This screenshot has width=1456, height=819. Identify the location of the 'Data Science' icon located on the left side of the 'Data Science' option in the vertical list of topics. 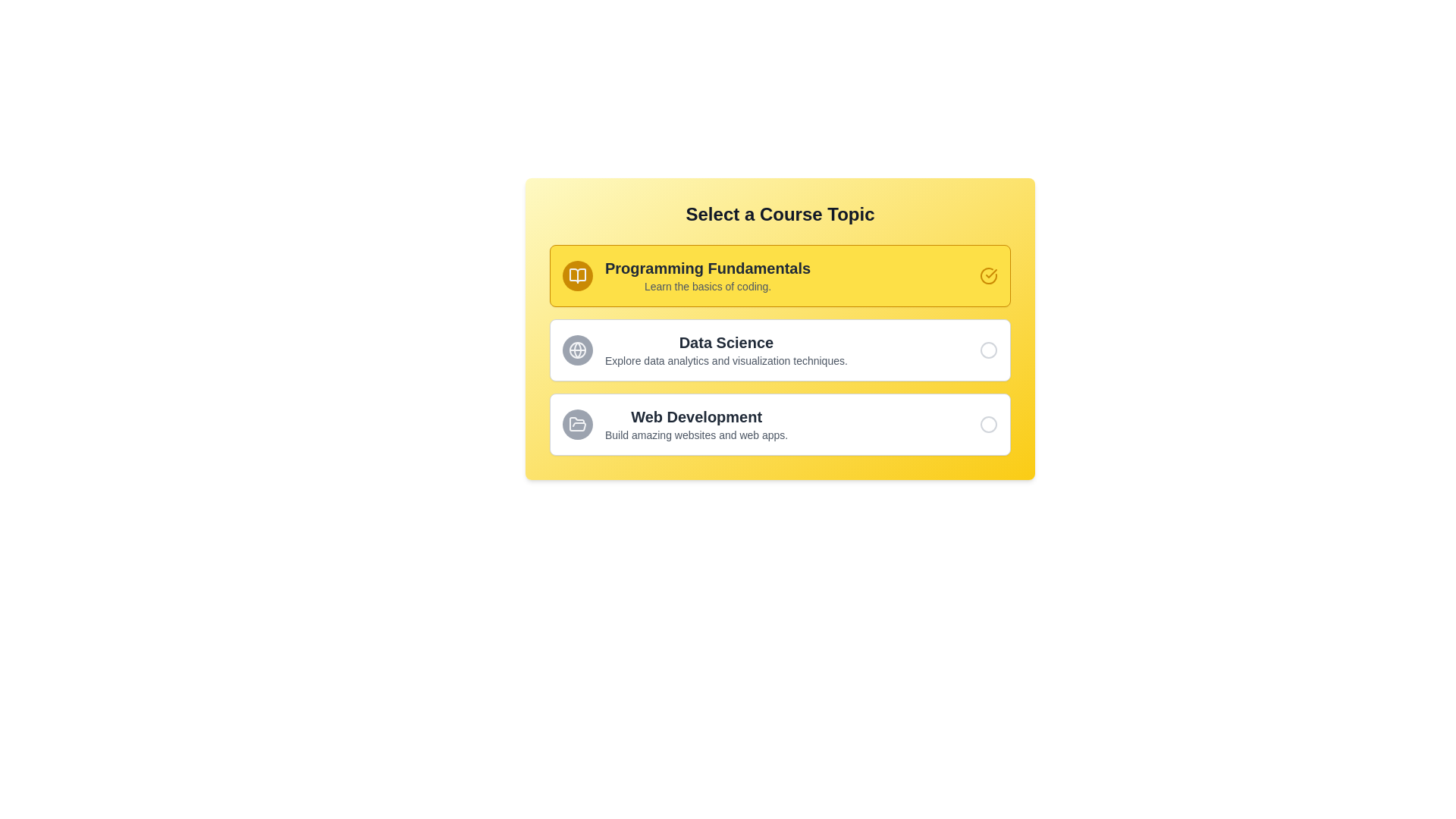
(577, 350).